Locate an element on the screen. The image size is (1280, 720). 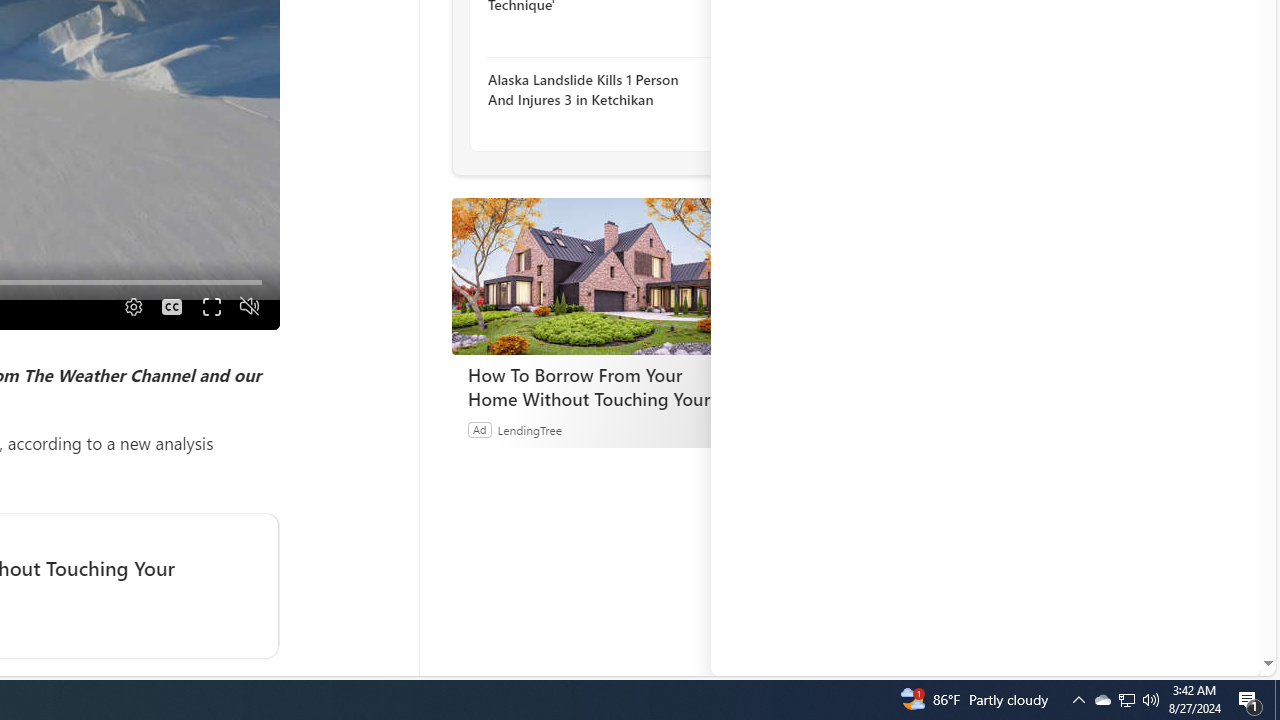
'Quality Settings' is located at coordinates (130, 306).